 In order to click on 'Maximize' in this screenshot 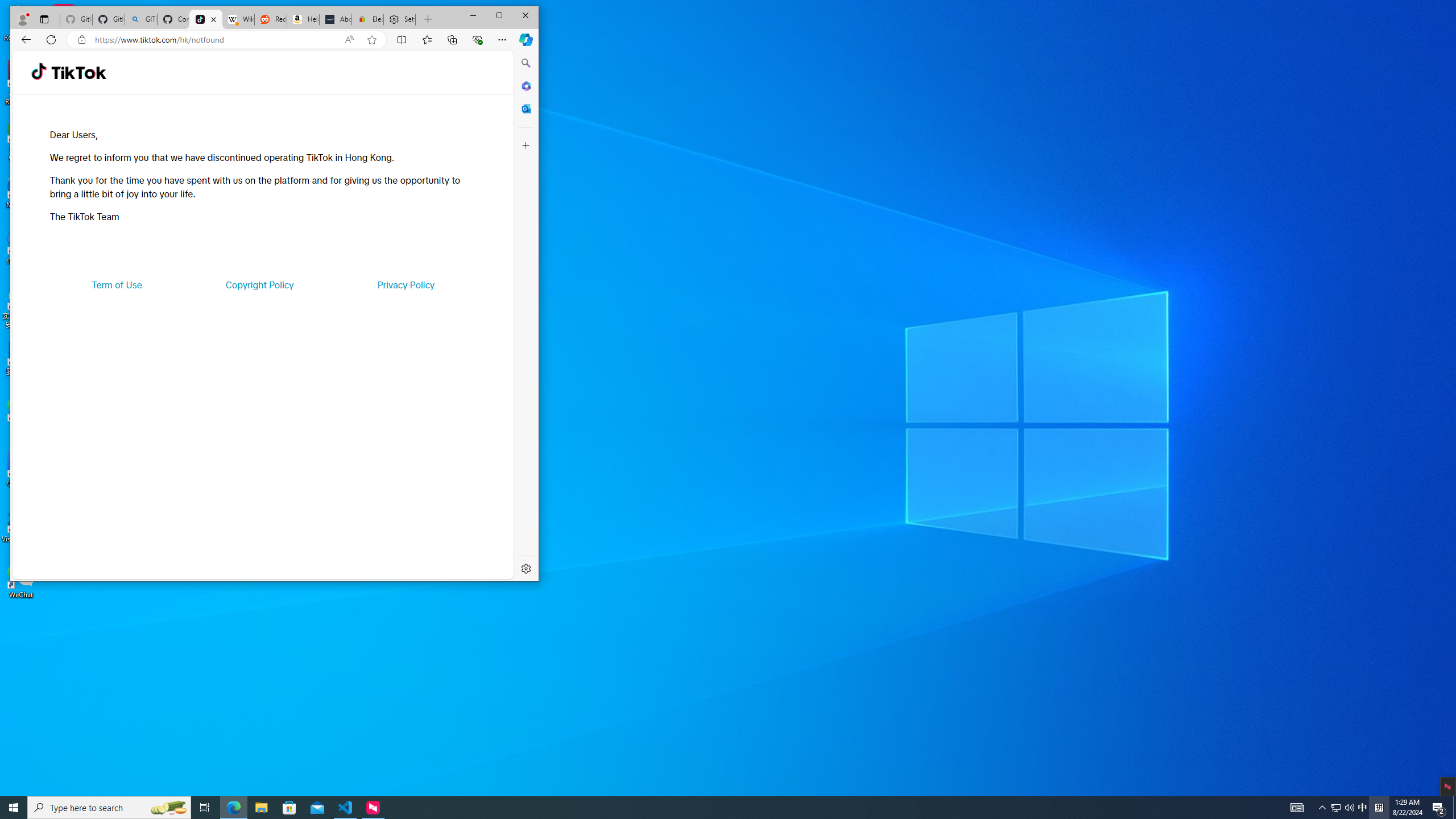, I will do `click(499, 15)`.